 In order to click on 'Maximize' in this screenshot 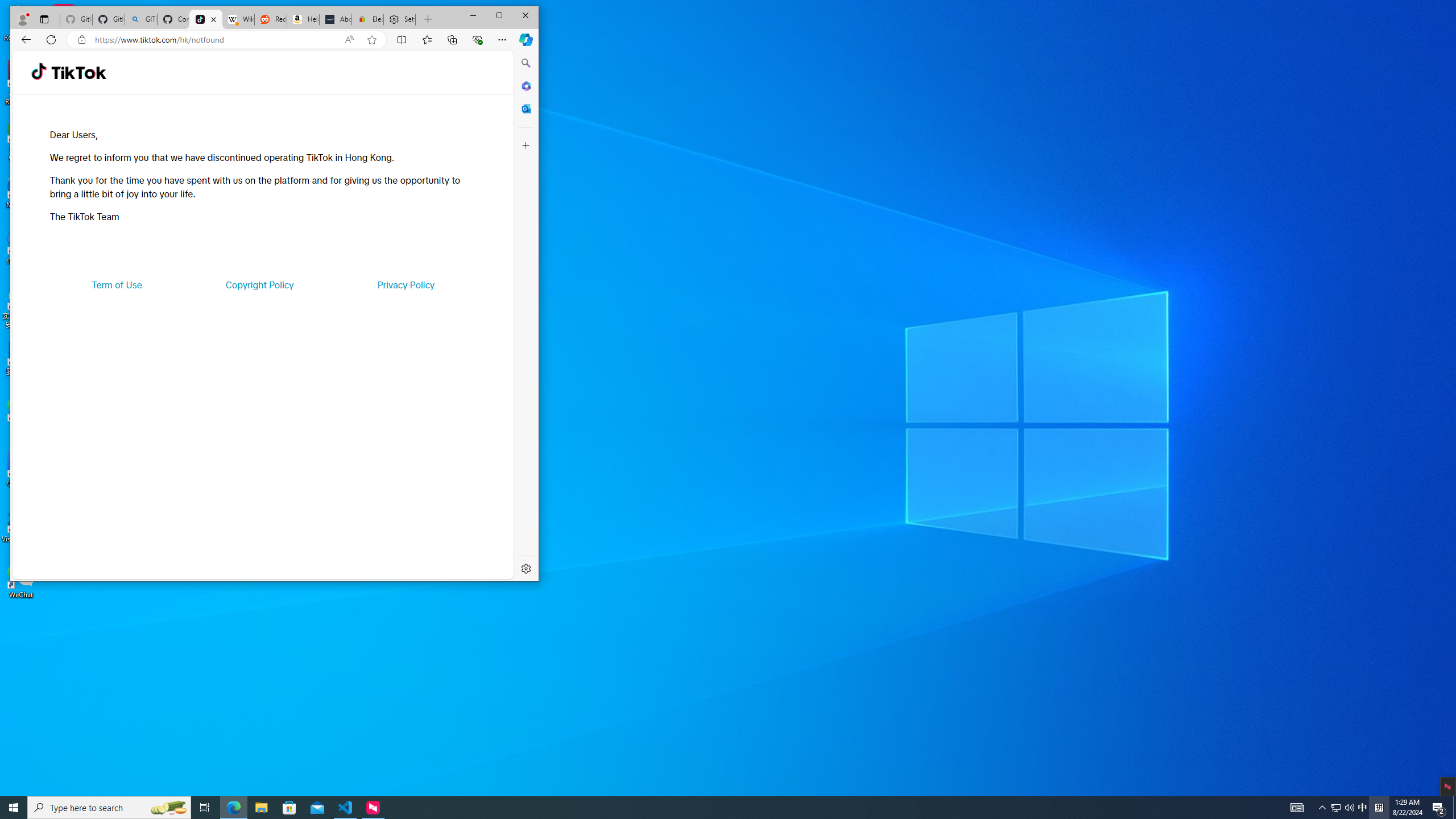, I will do `click(499, 15)`.